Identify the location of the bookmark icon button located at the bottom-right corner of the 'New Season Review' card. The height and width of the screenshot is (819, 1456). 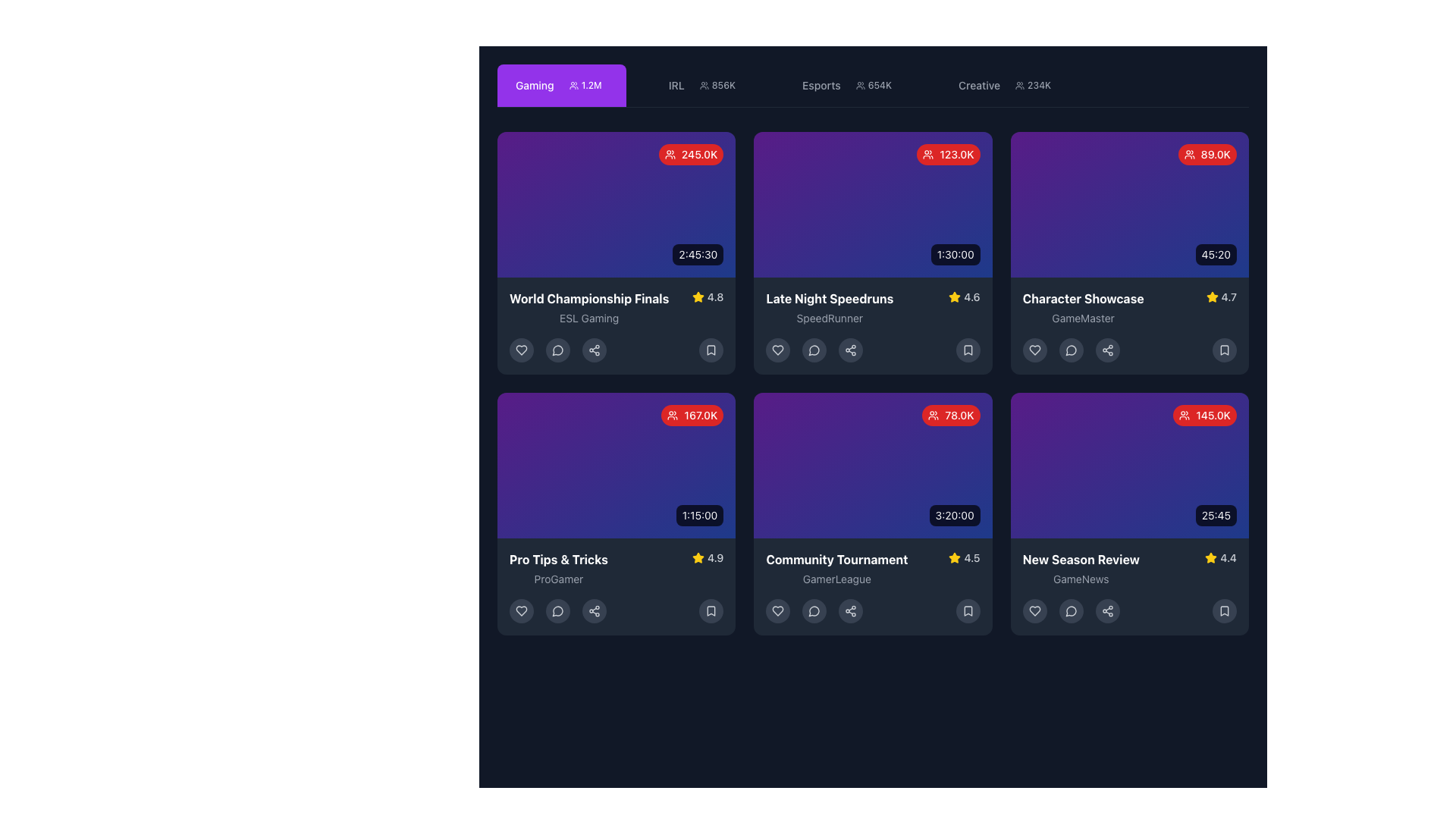
(1224, 610).